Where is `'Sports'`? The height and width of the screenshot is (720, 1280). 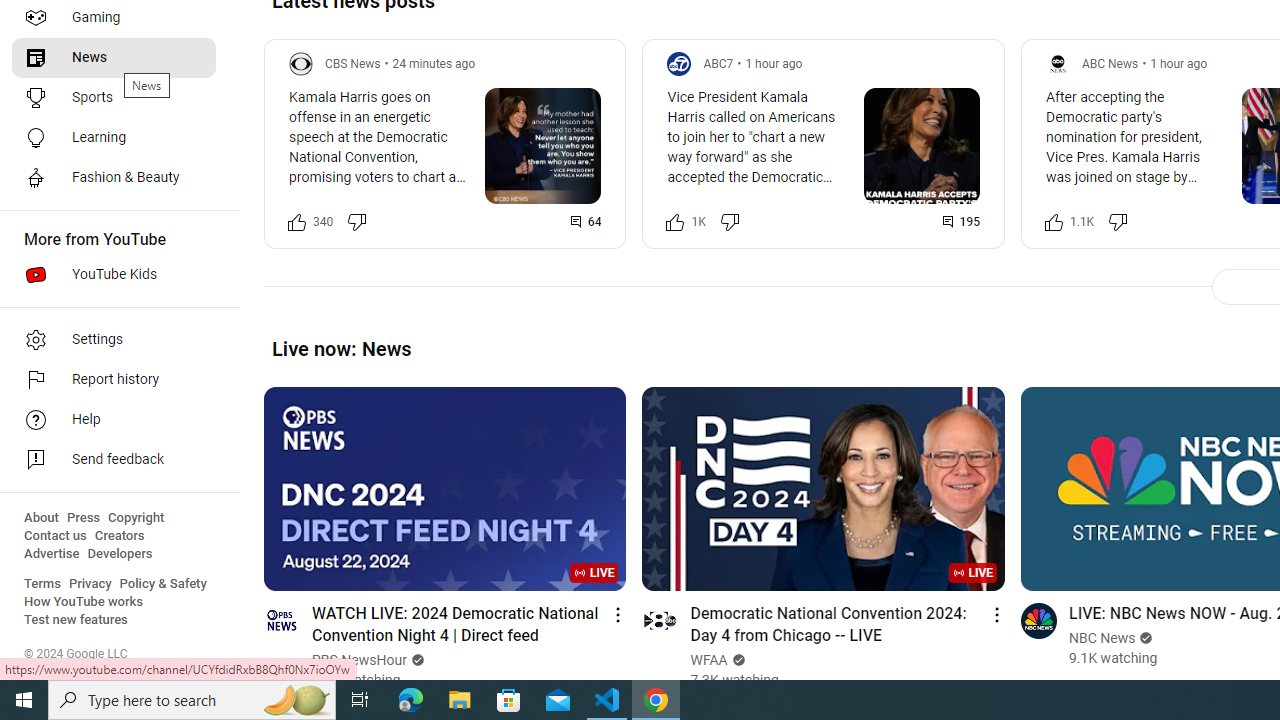 'Sports' is located at coordinates (112, 97).